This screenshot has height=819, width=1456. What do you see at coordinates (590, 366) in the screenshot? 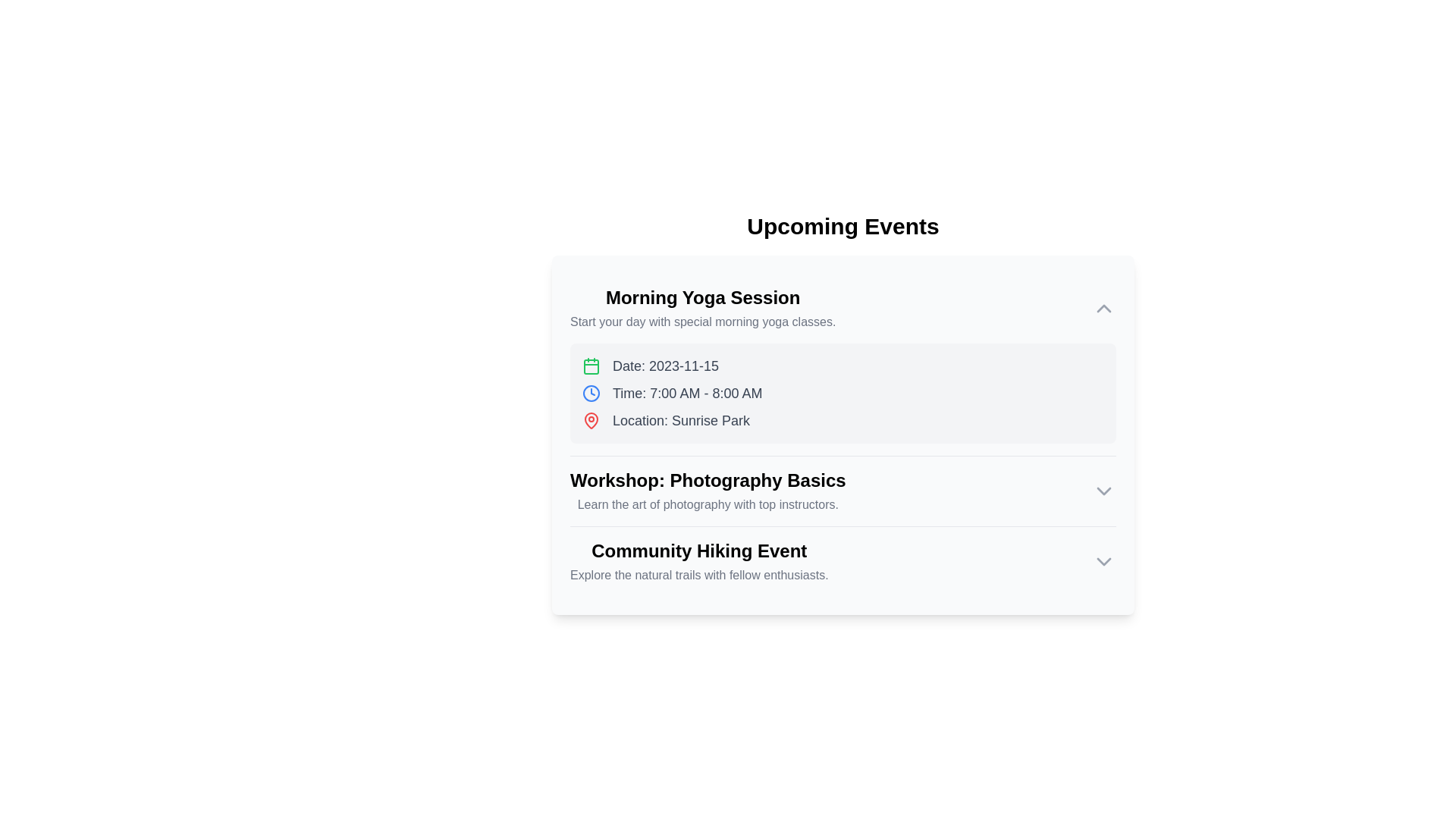
I see `the styling of the calendar icon located in the 'Morning Yoga Session' section, which is the first icon preceding the text 'Date: 2023-11-15'` at bounding box center [590, 366].